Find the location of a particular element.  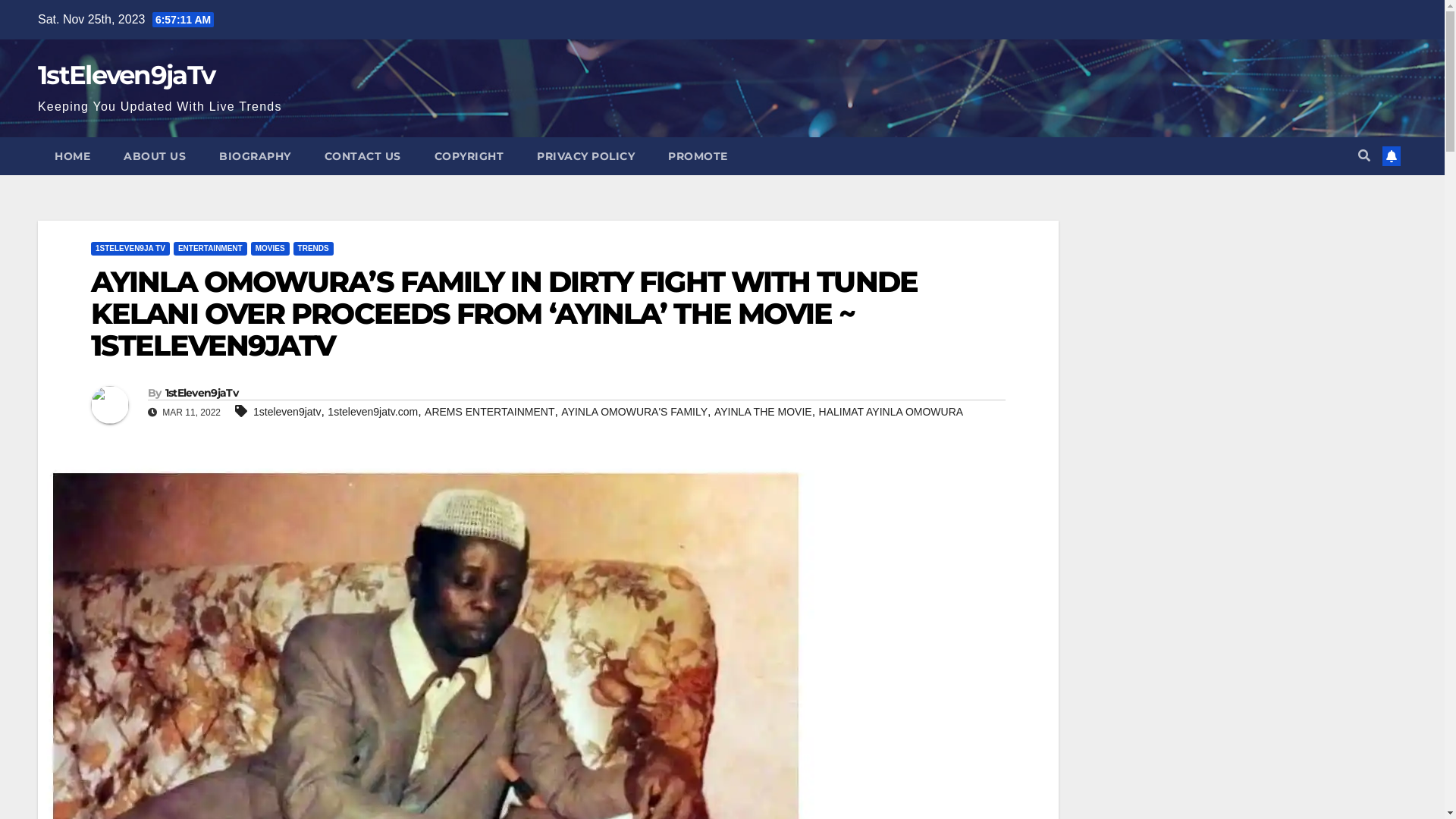

'AYINLA THE MOVIE' is located at coordinates (763, 412).